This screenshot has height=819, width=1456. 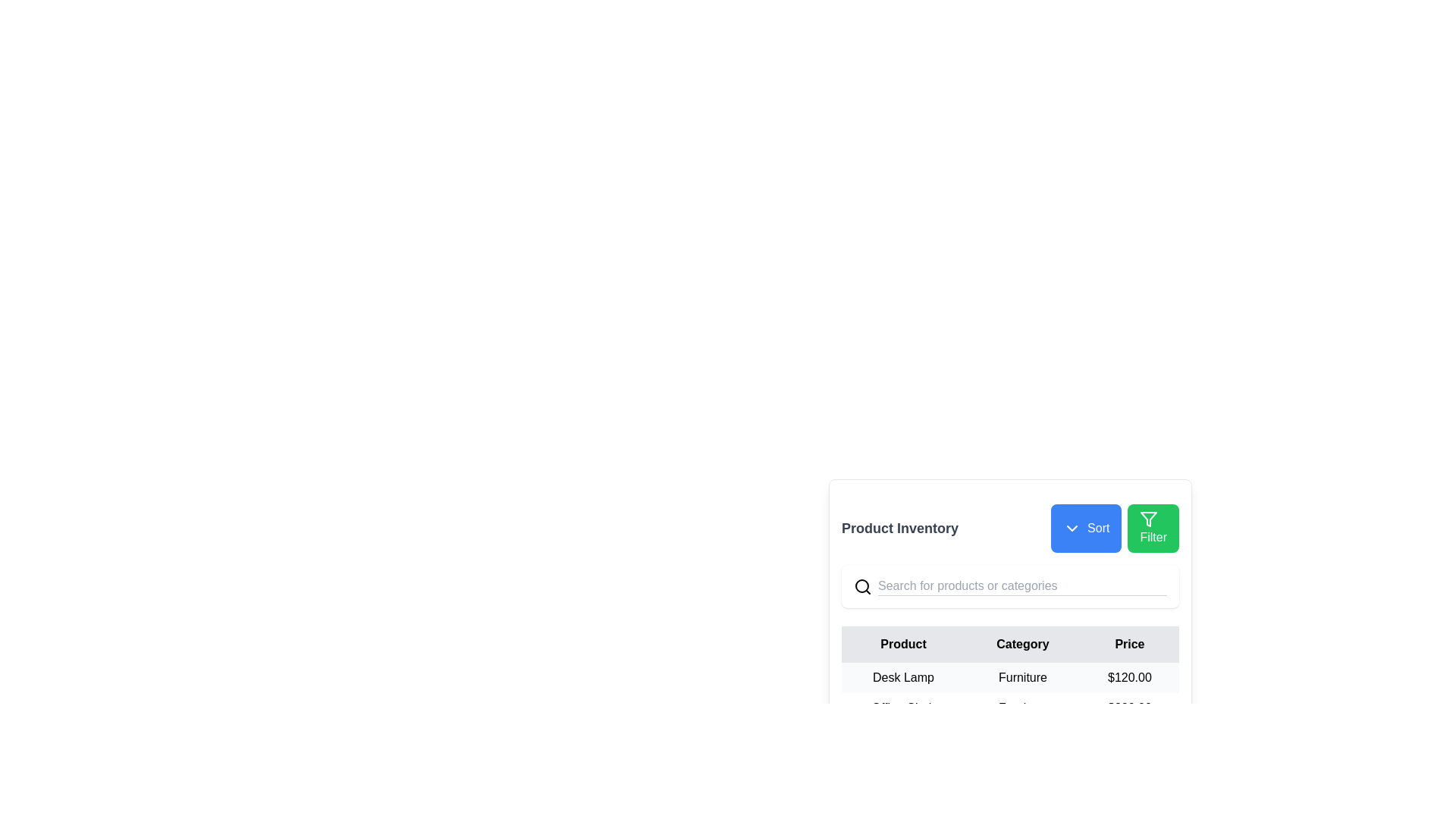 What do you see at coordinates (862, 585) in the screenshot?
I see `the circular ornamental part of the magnifying glass search icon located at the left side of the search bar in the Product Inventory section` at bounding box center [862, 585].